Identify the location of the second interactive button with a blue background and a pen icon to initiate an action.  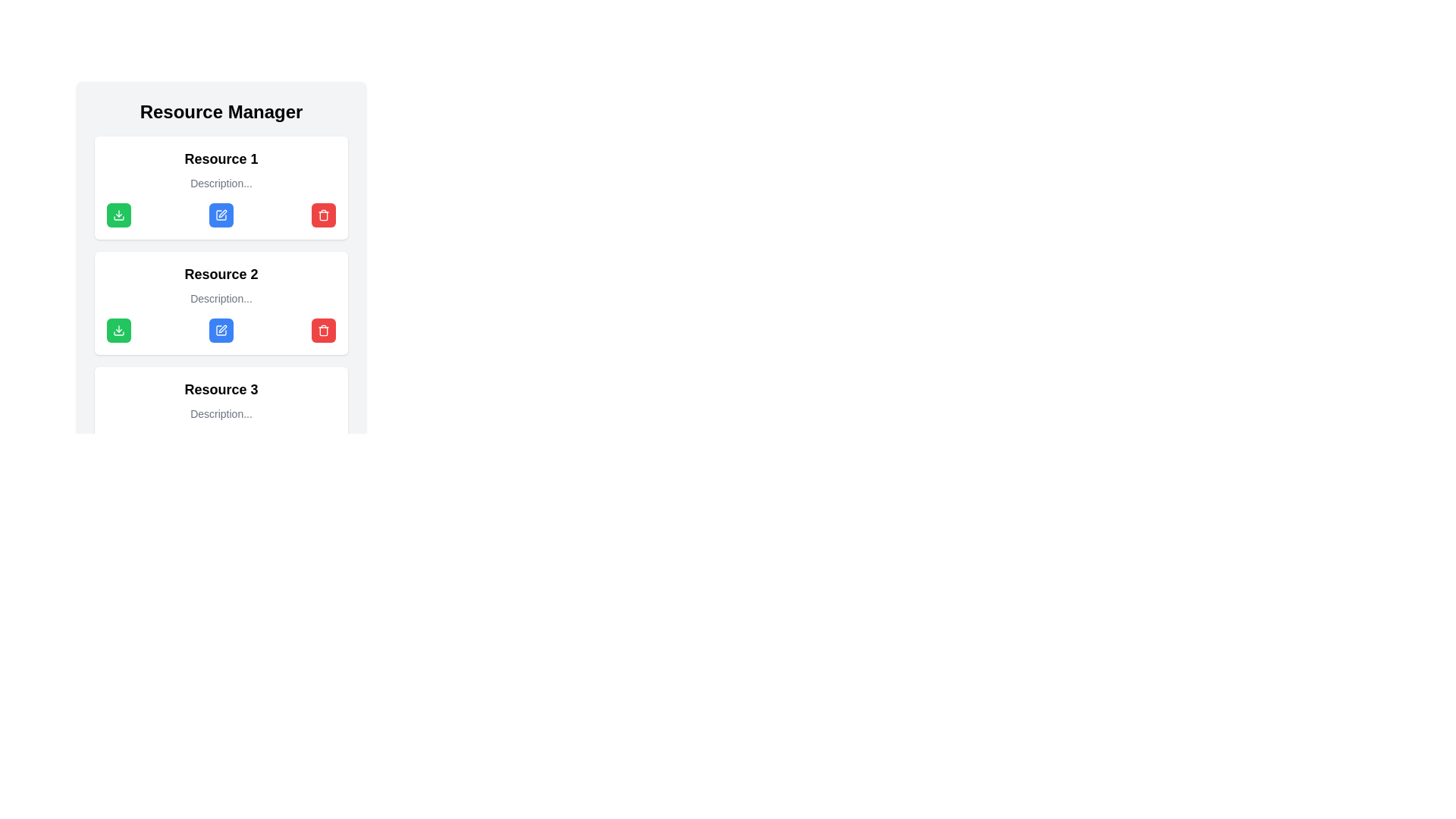
(221, 329).